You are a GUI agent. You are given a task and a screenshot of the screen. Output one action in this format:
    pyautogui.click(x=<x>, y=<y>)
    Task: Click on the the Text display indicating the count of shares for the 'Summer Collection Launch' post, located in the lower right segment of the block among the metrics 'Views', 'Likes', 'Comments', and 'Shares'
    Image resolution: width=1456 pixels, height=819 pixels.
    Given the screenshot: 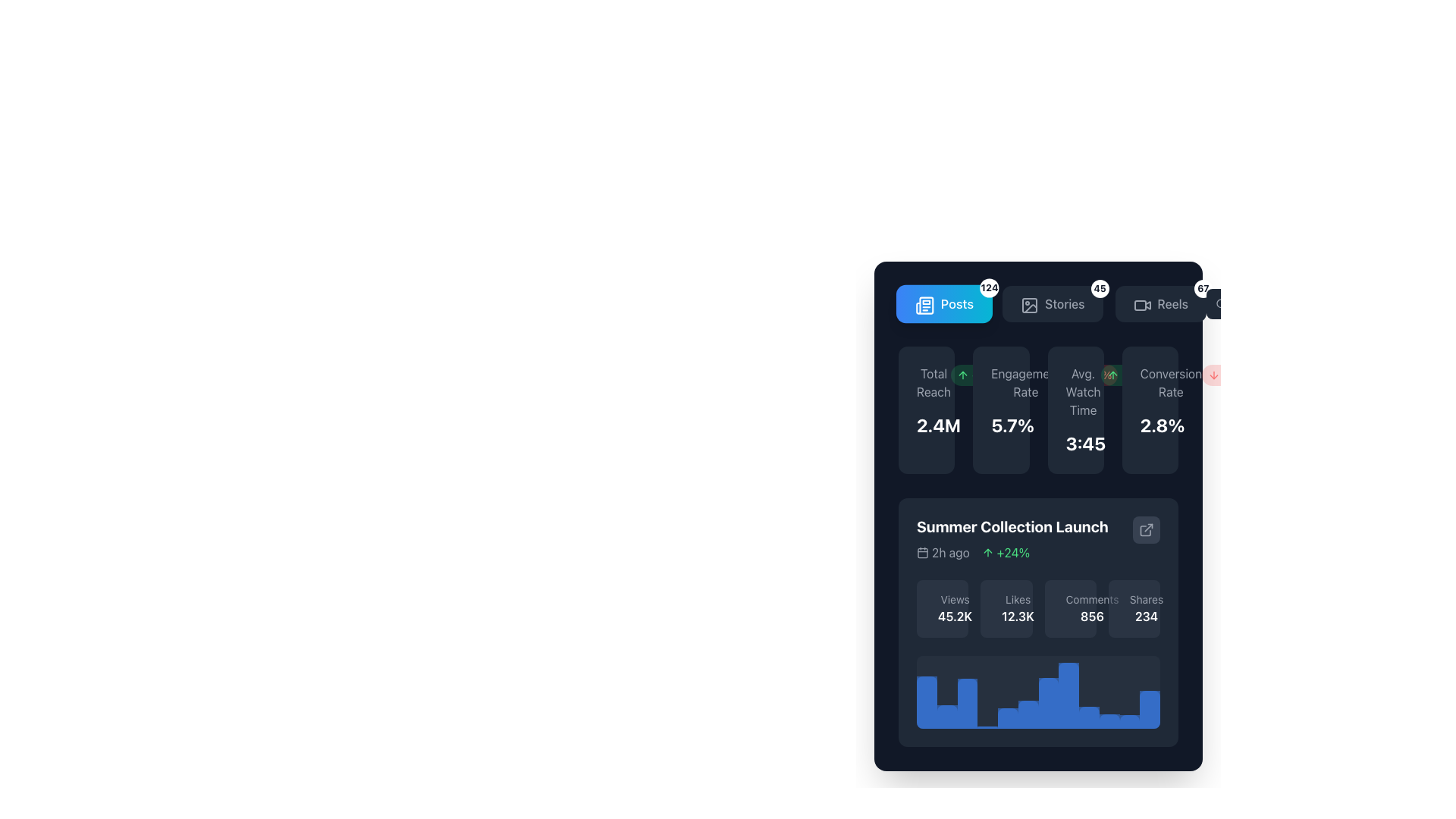 What is the action you would take?
    pyautogui.click(x=1147, y=607)
    